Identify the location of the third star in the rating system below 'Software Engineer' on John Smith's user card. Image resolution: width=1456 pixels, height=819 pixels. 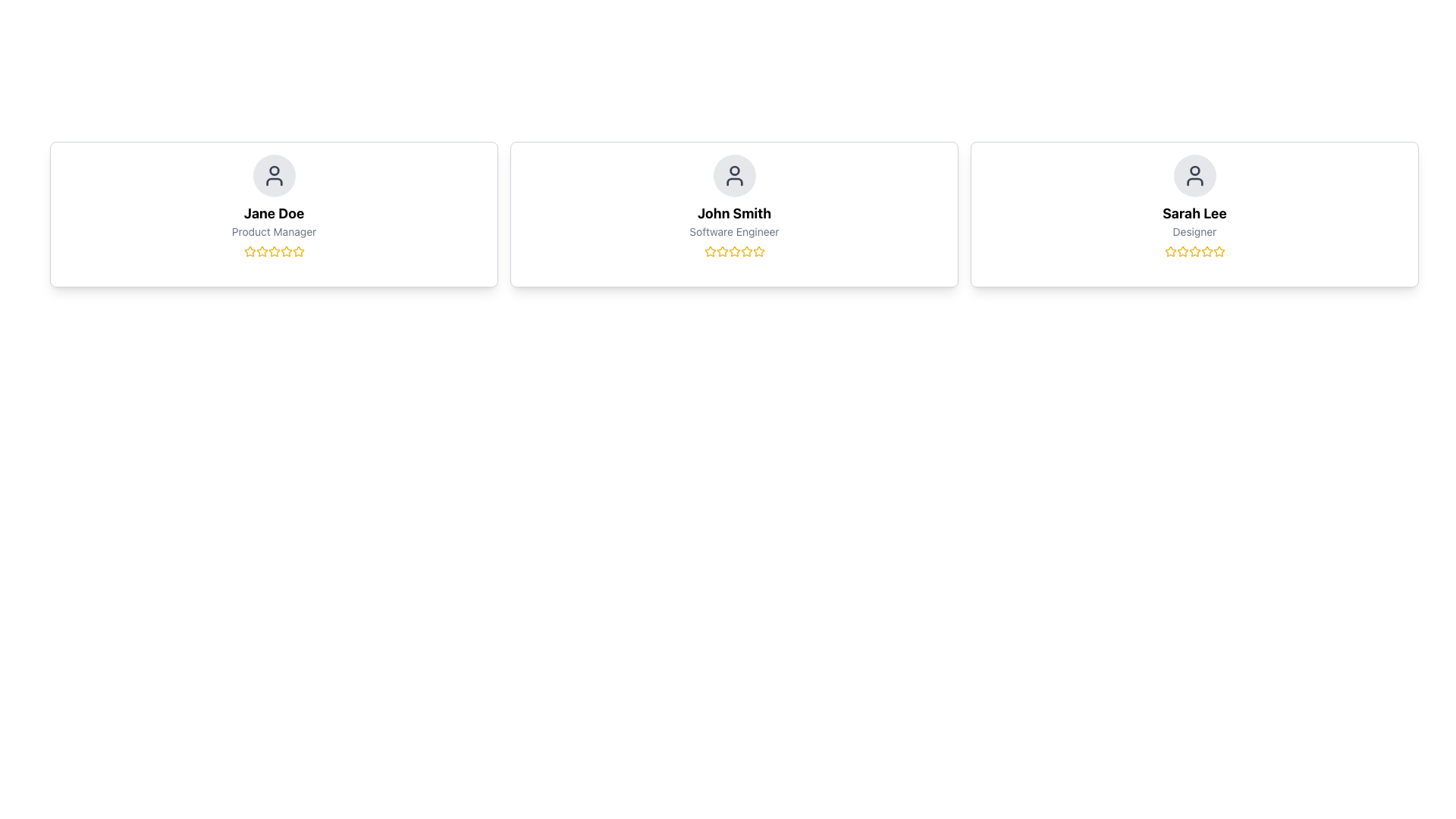
(734, 250).